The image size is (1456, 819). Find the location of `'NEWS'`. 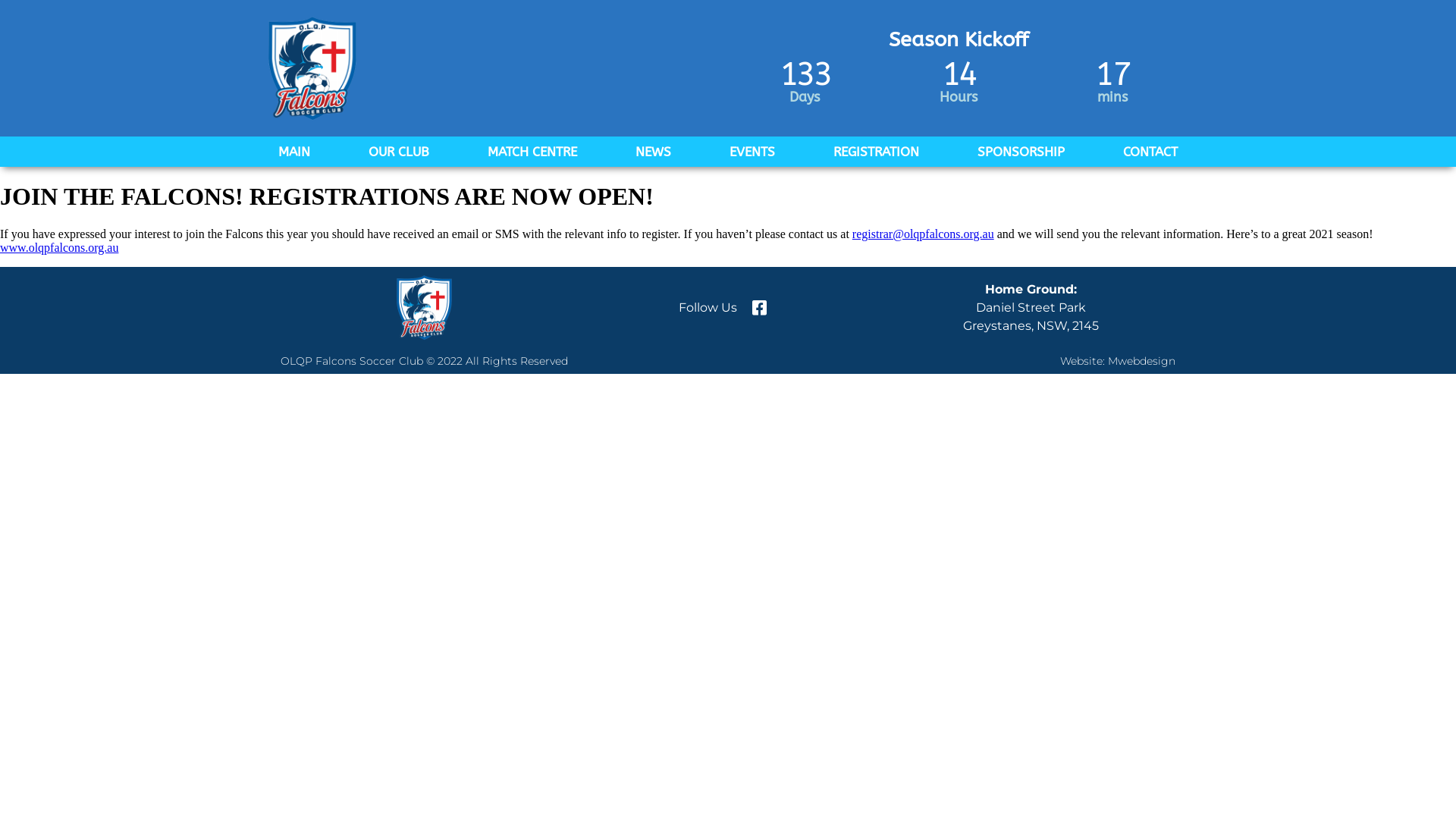

'NEWS' is located at coordinates (653, 152).